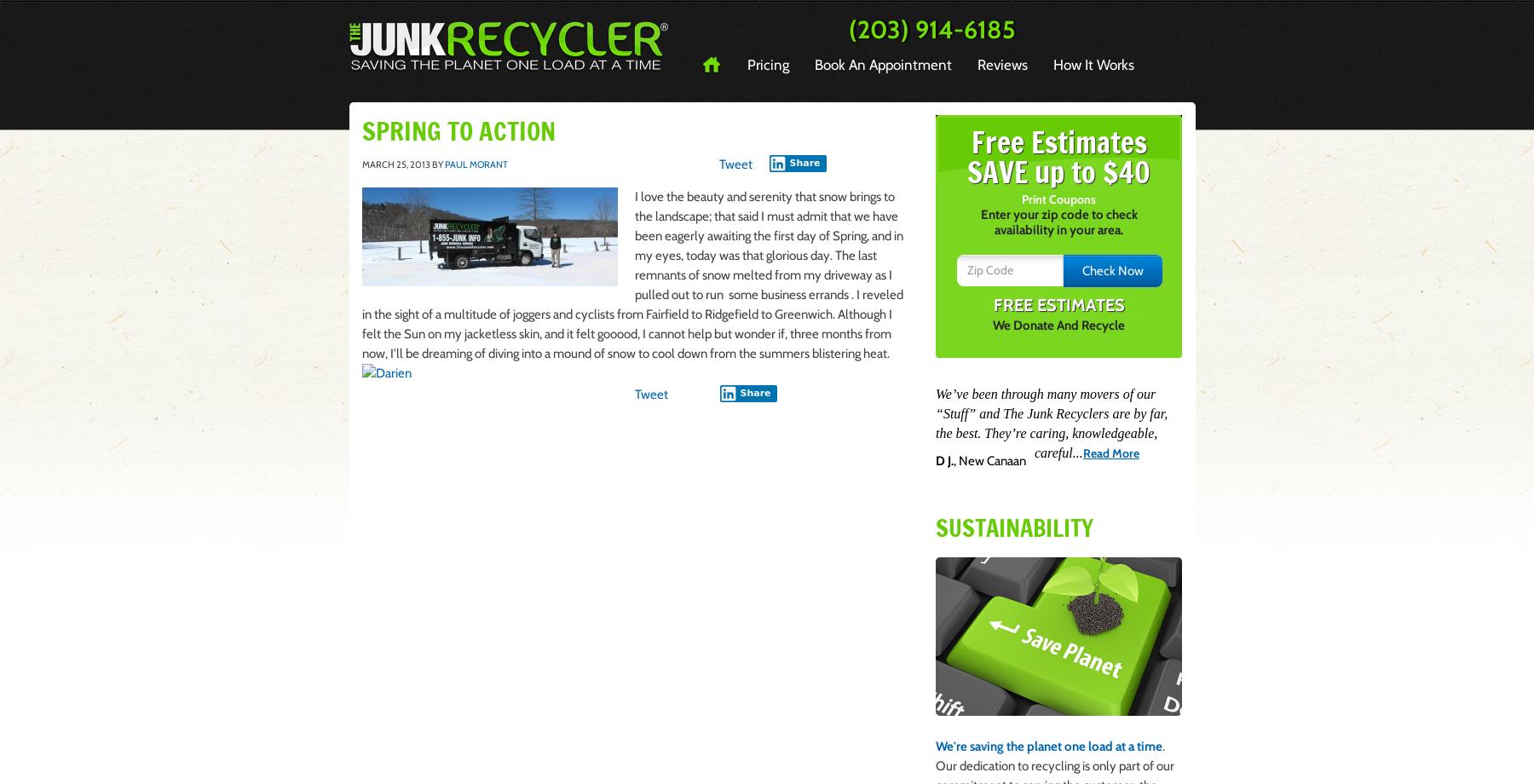 The height and width of the screenshot is (784, 1534). What do you see at coordinates (944, 460) in the screenshot?
I see `'D J.'` at bounding box center [944, 460].